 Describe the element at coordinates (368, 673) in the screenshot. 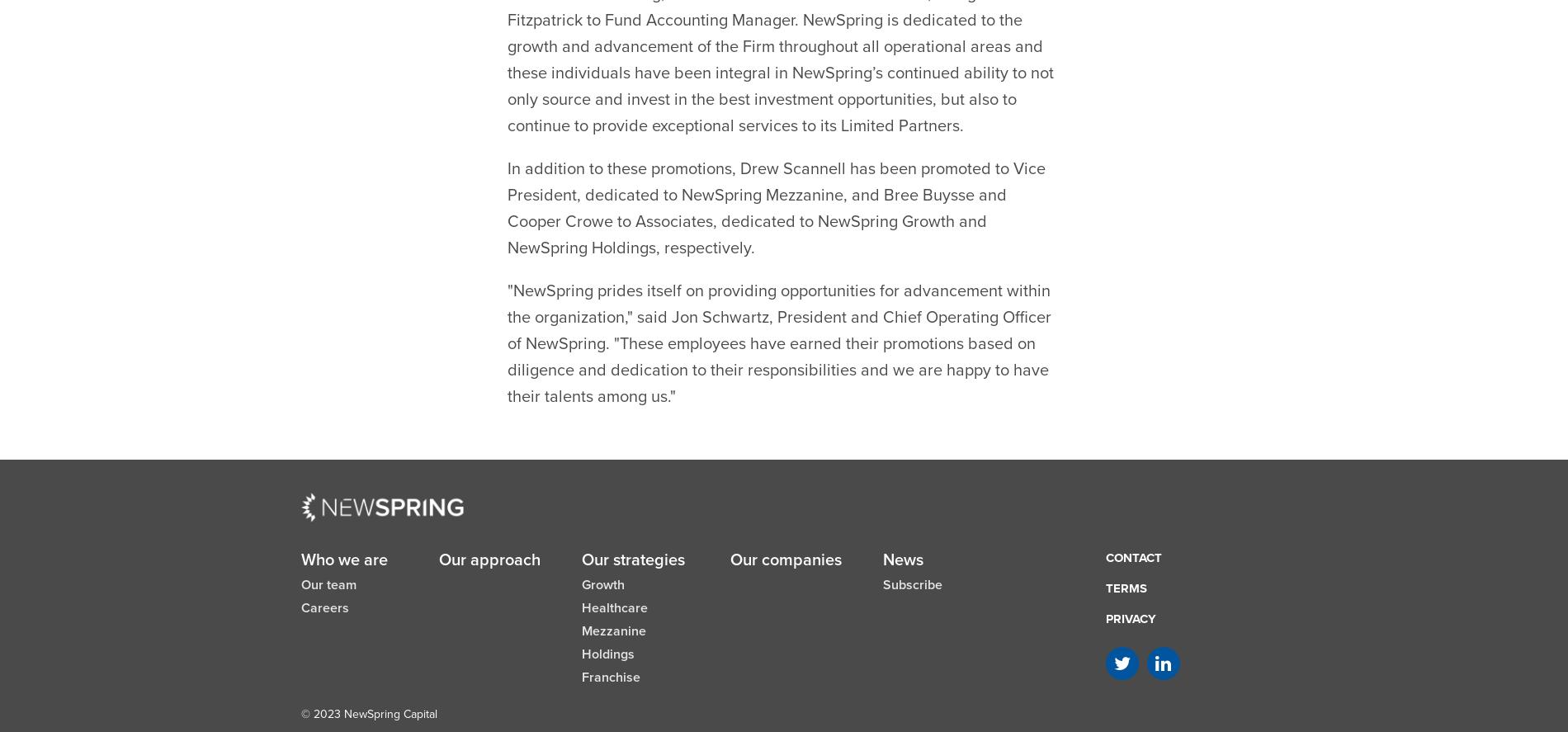

I see `'© 2023 NewSpring Capital'` at that location.